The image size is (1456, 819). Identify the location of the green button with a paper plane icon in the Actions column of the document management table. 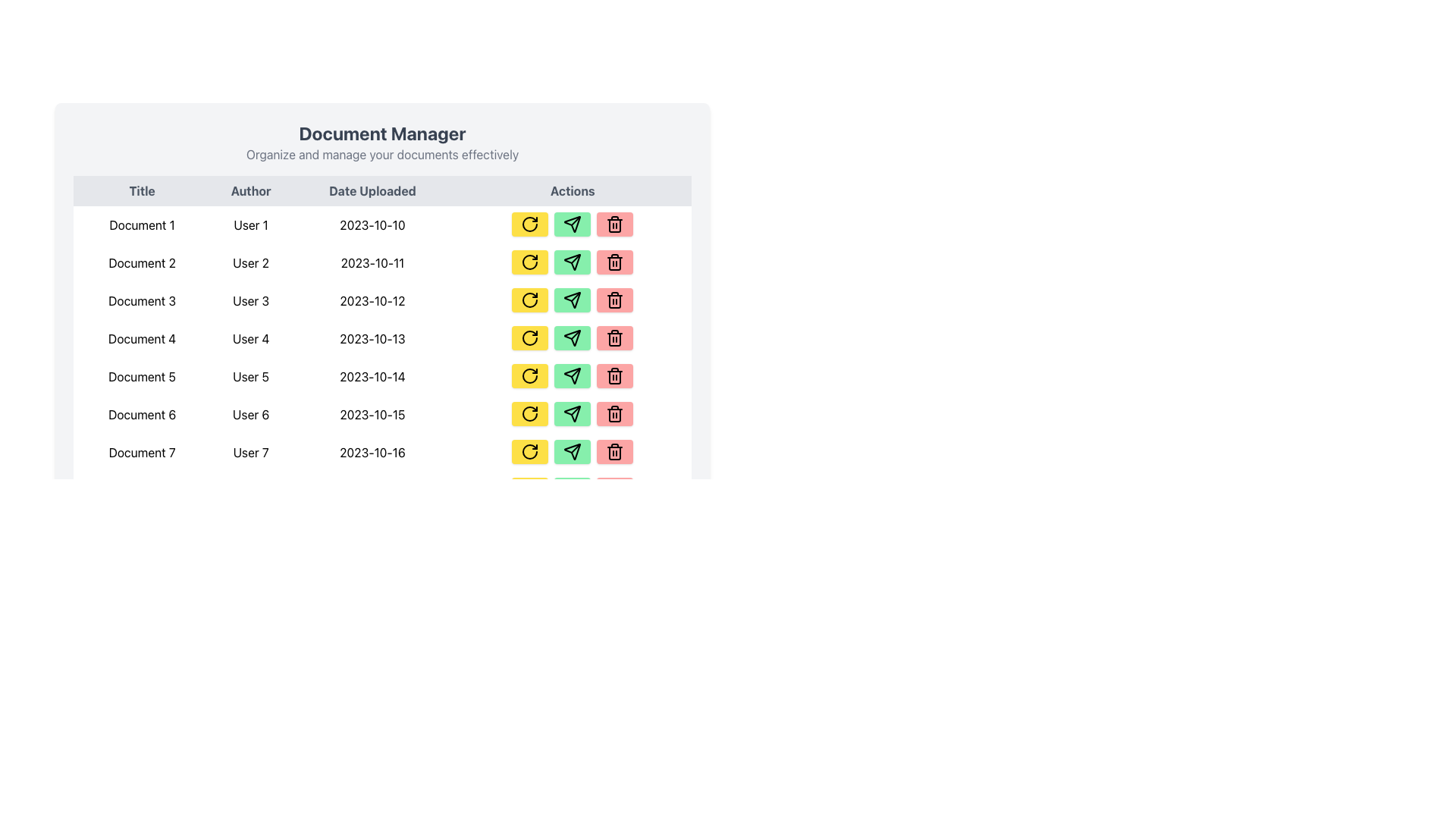
(572, 225).